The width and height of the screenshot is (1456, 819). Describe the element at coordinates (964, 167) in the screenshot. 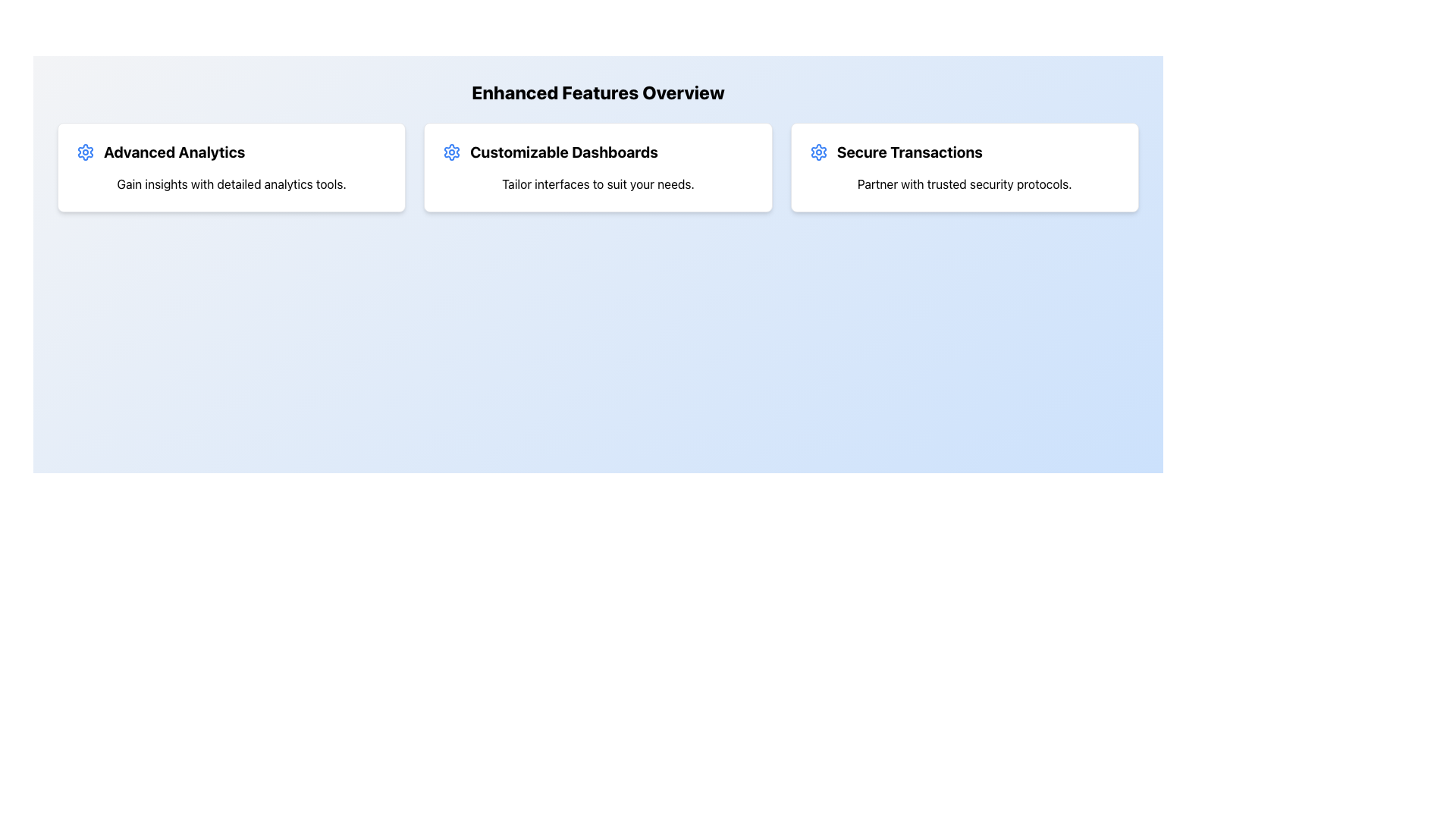

I see `the 'Secure Transactions' card` at that location.